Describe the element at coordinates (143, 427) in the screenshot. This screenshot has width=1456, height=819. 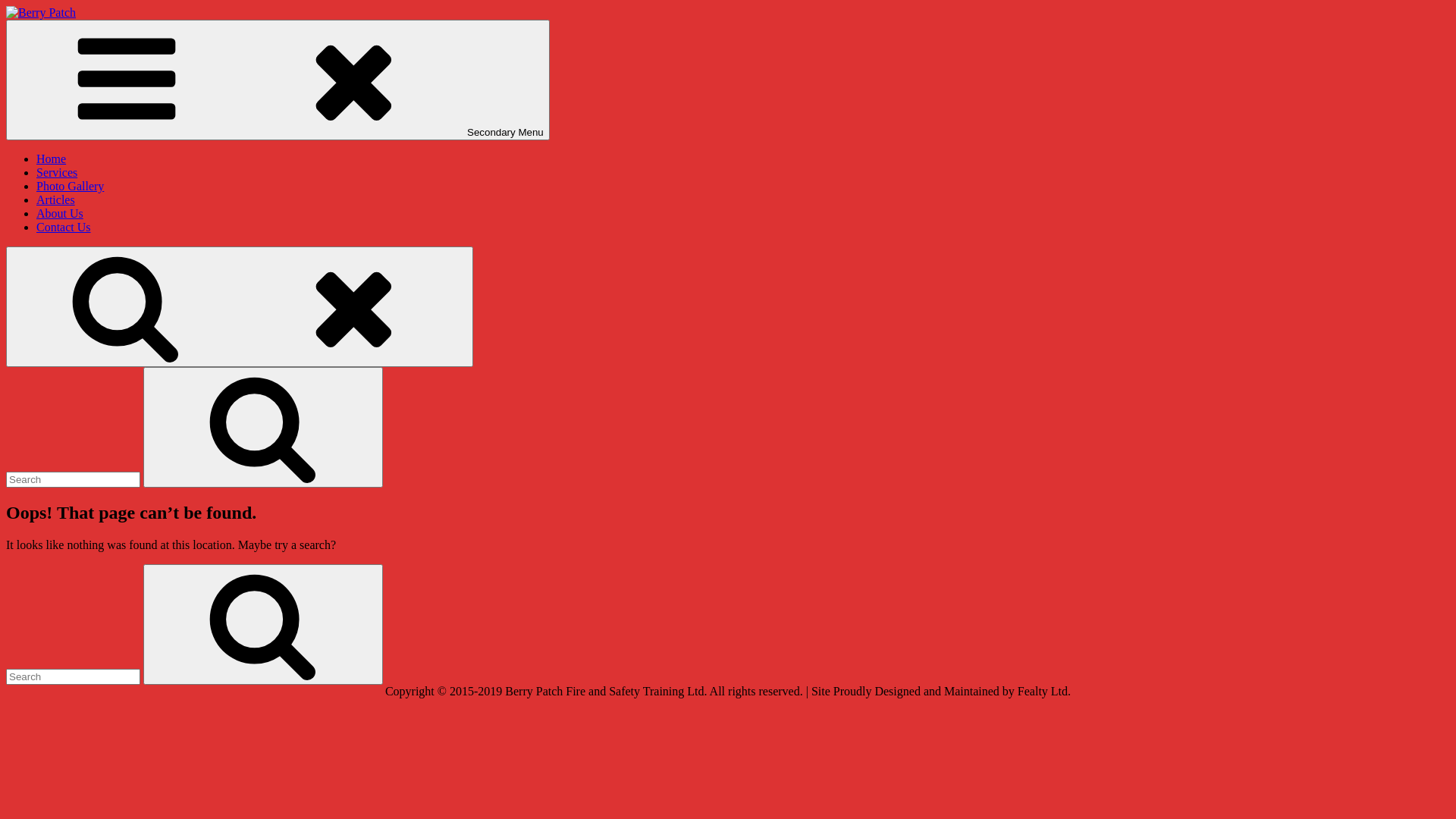
I see `'Search'` at that location.